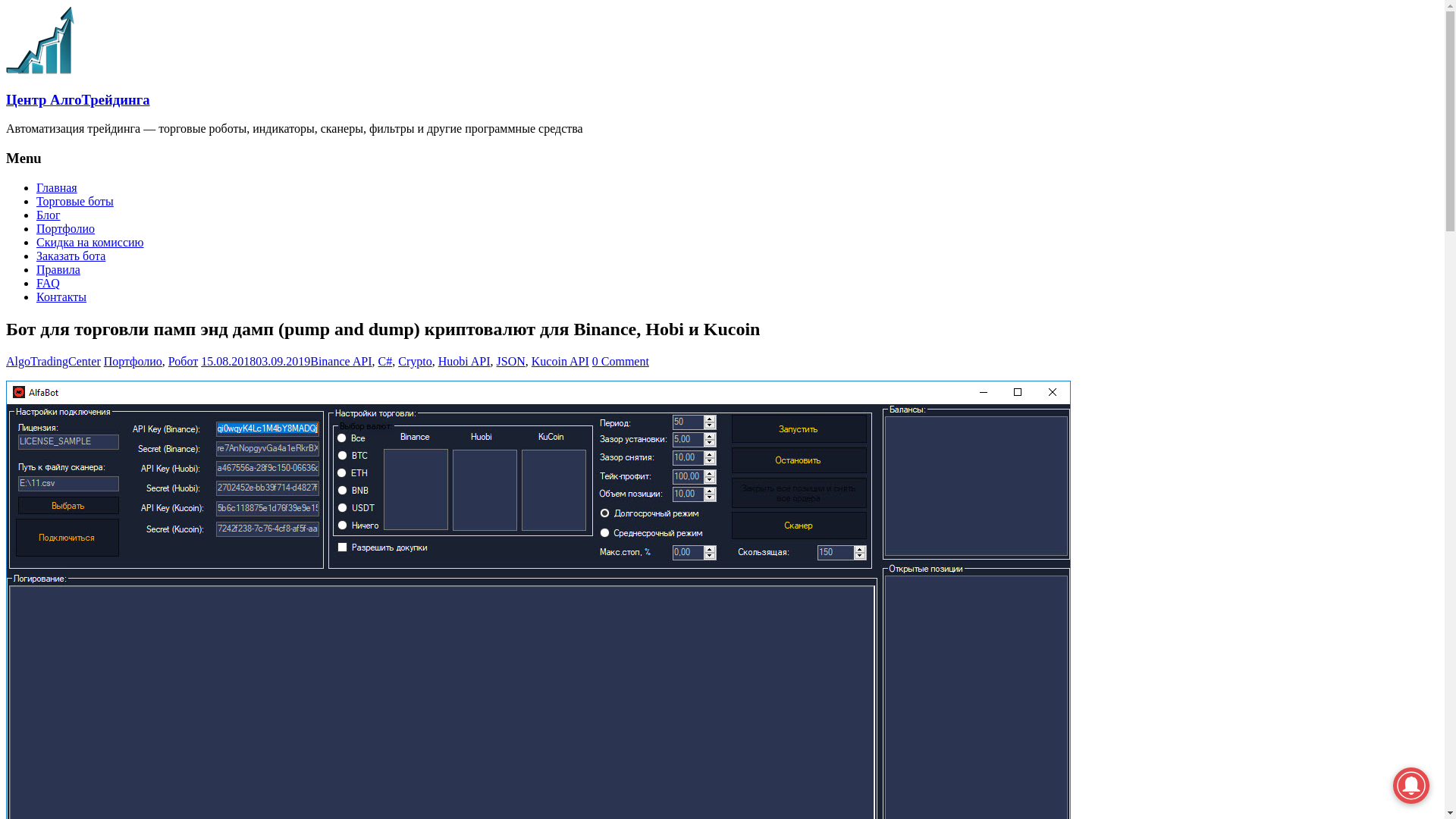  I want to click on 'Huobi API', so click(463, 361).